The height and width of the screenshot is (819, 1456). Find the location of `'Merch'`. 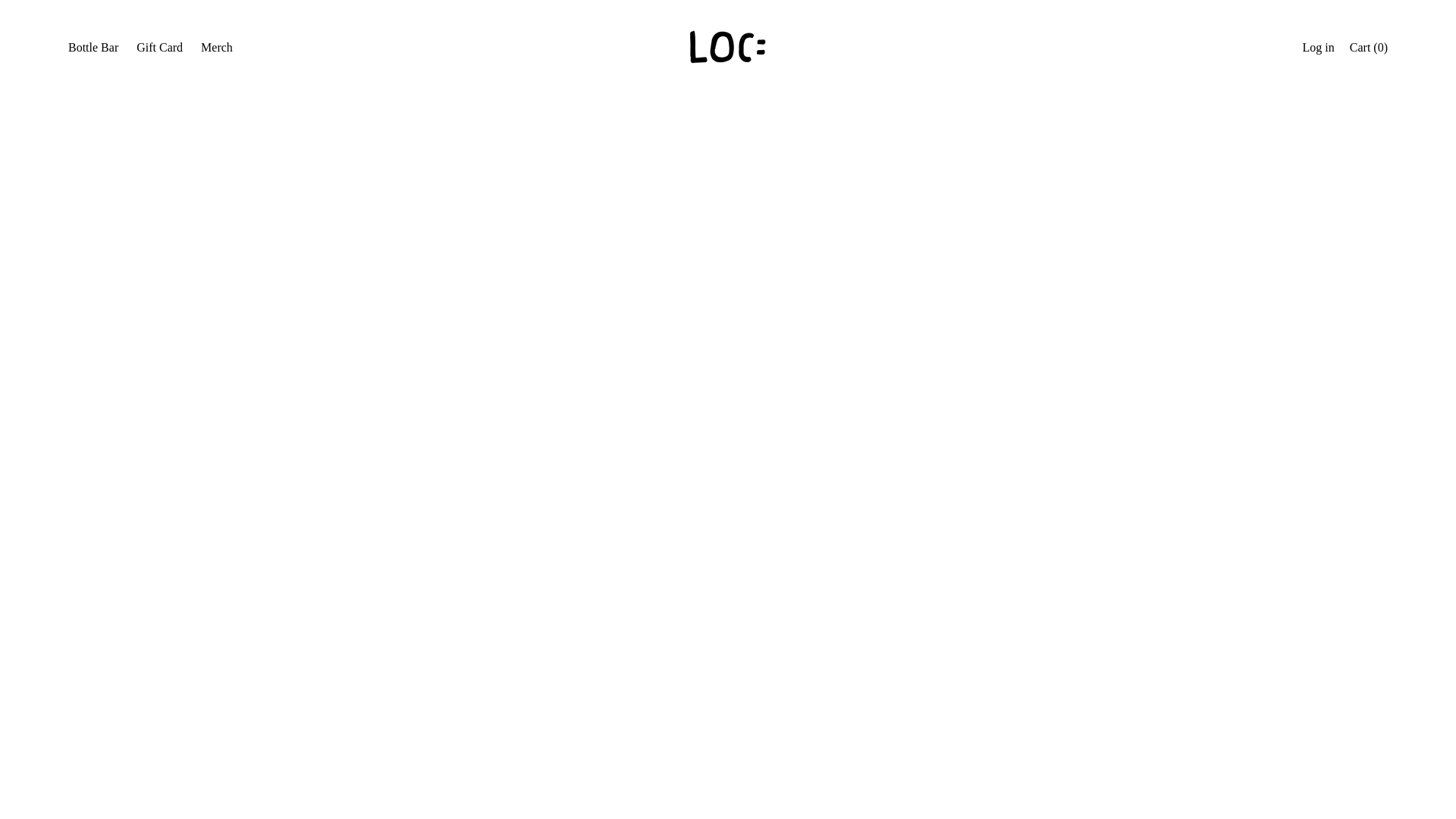

'Merch' is located at coordinates (98, 287).